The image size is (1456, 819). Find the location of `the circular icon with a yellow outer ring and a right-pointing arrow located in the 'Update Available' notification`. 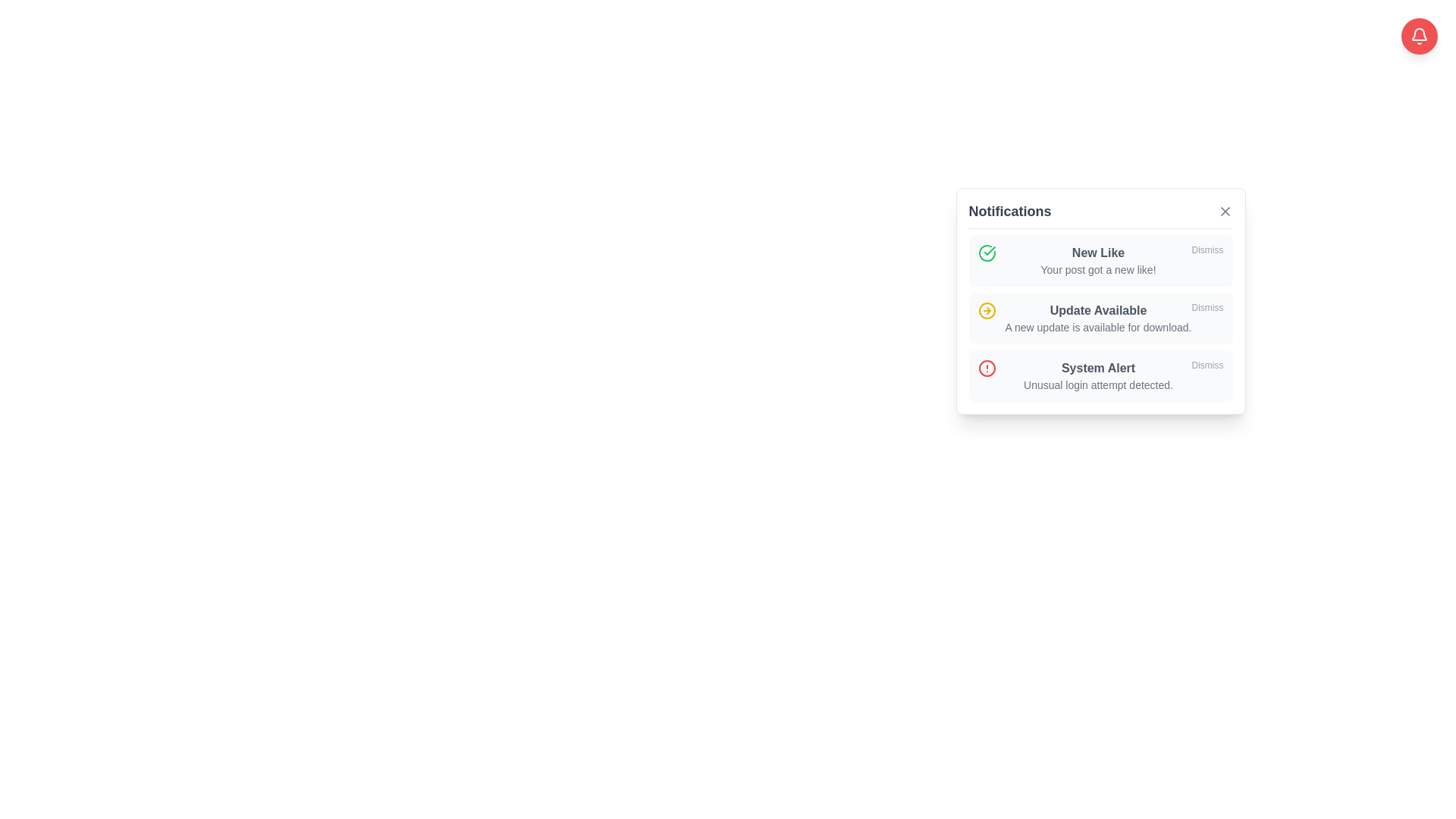

the circular icon with a yellow outer ring and a right-pointing arrow located in the 'Update Available' notification is located at coordinates (987, 309).